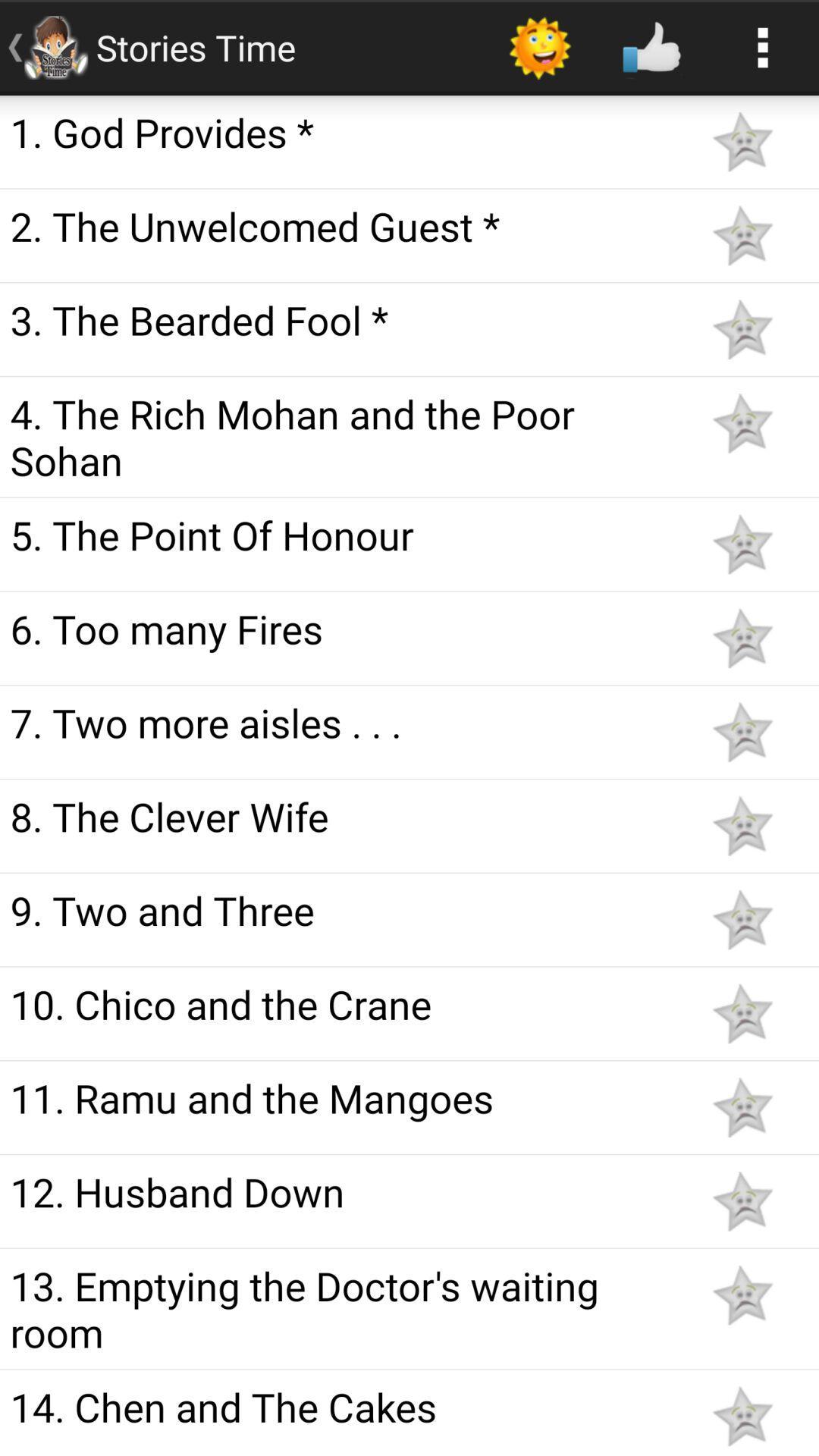 This screenshot has height=1456, width=819. What do you see at coordinates (742, 544) in the screenshot?
I see `favorite` at bounding box center [742, 544].